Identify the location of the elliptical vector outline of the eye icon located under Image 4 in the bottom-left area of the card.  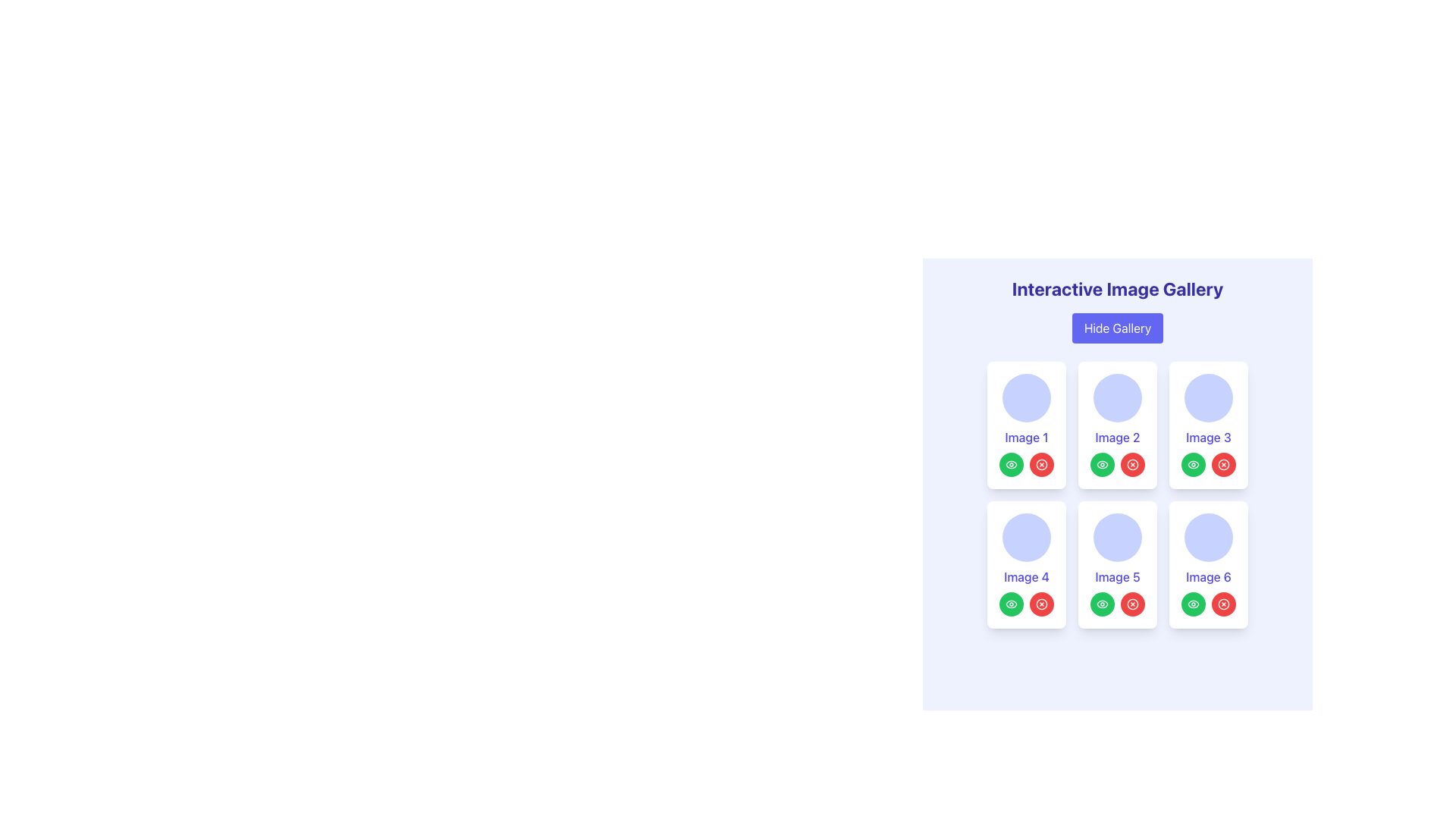
(1012, 604).